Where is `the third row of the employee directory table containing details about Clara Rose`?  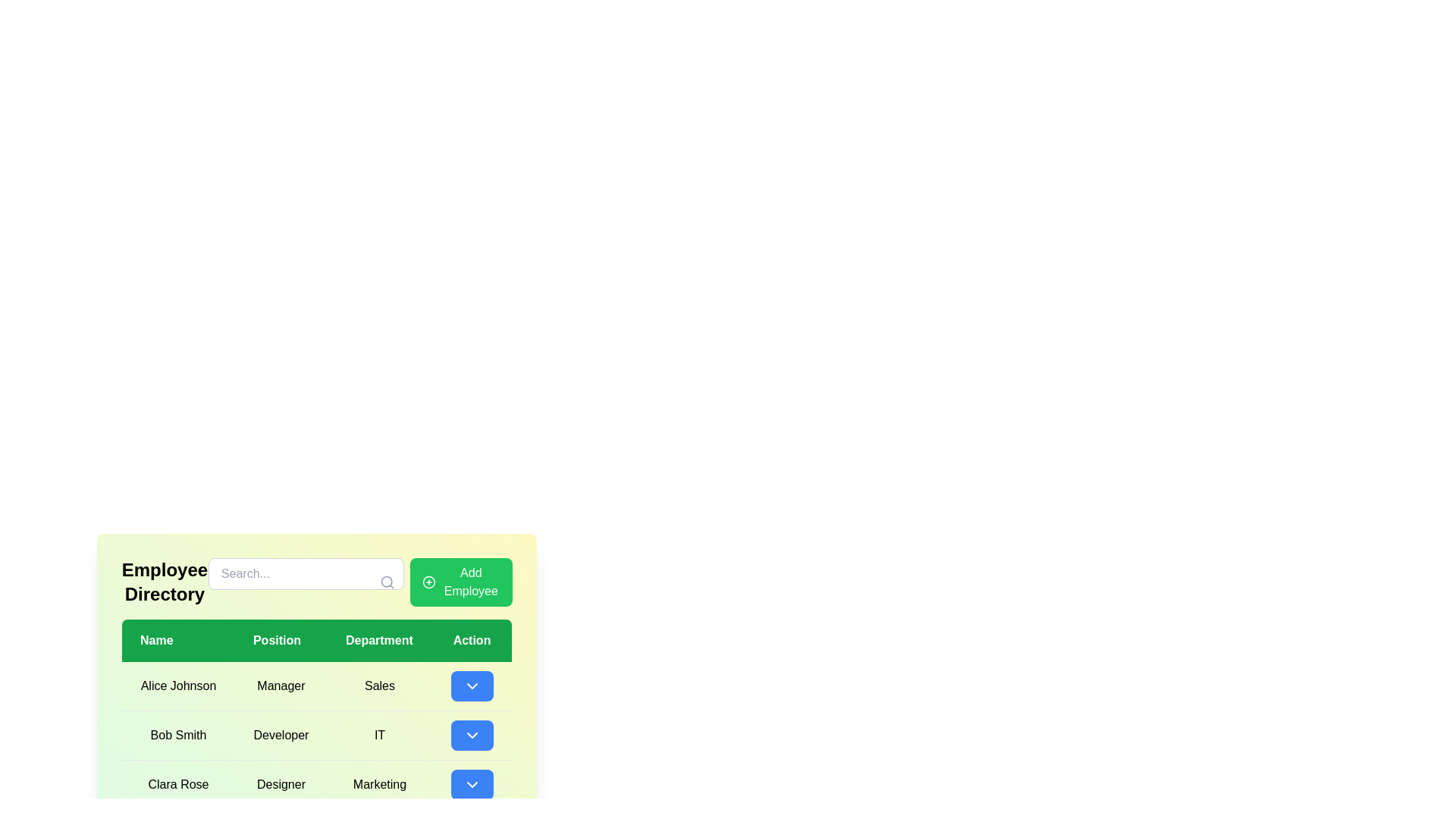 the third row of the employee directory table containing details about Clara Rose is located at coordinates (315, 784).